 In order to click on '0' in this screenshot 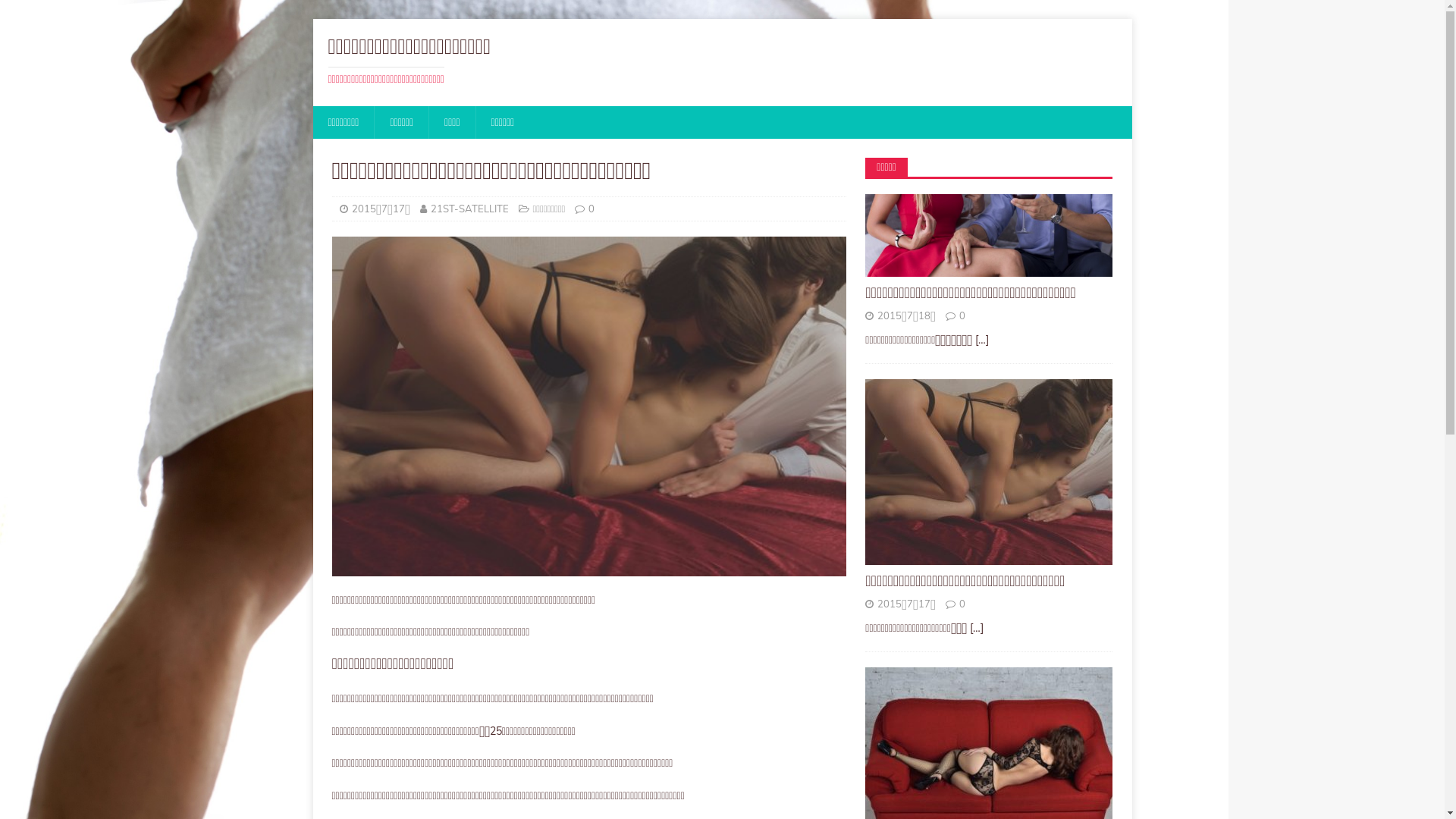, I will do `click(588, 208)`.